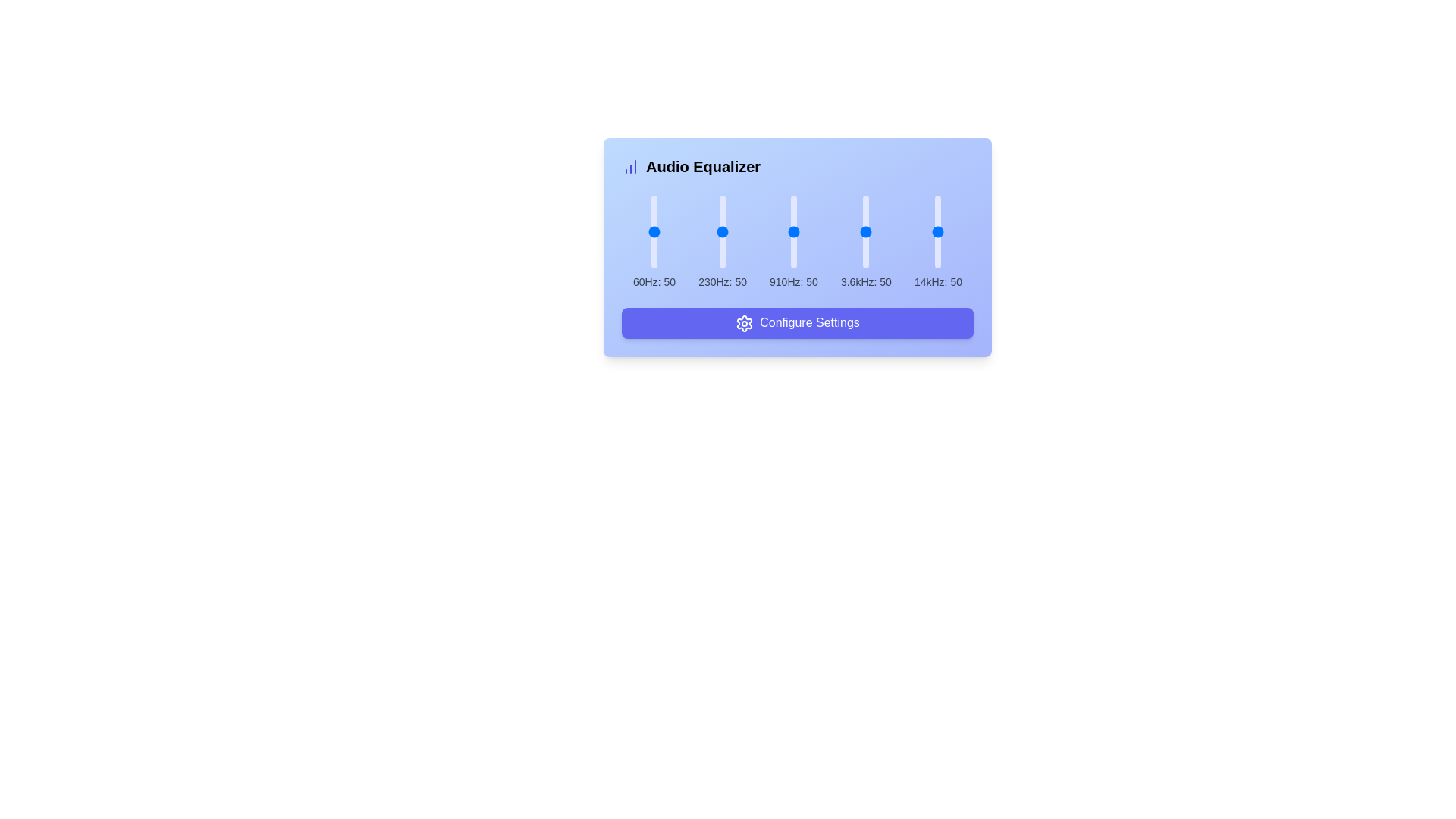  What do you see at coordinates (722, 242) in the screenshot?
I see `and drag the blue thumb of the vertical slider labeled '230Hz: 50' to adjust its value` at bounding box center [722, 242].